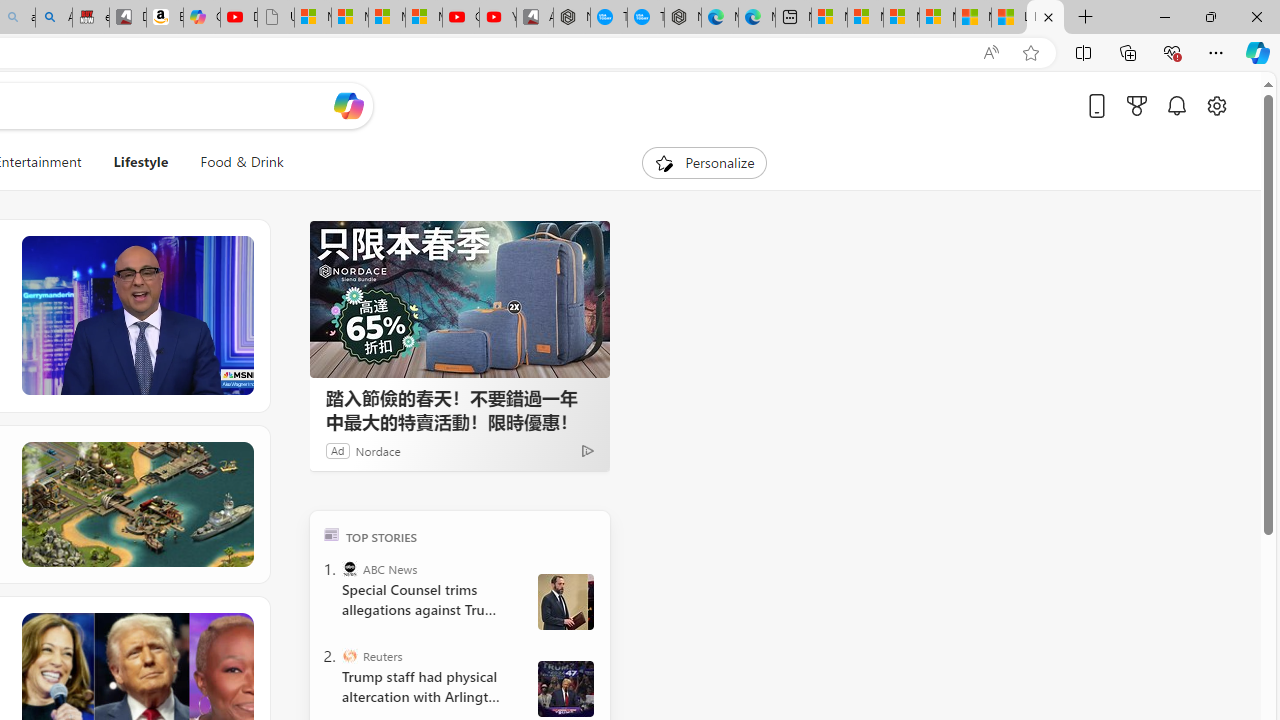 The width and height of the screenshot is (1280, 720). What do you see at coordinates (704, 162) in the screenshot?
I see `'Personalize'` at bounding box center [704, 162].